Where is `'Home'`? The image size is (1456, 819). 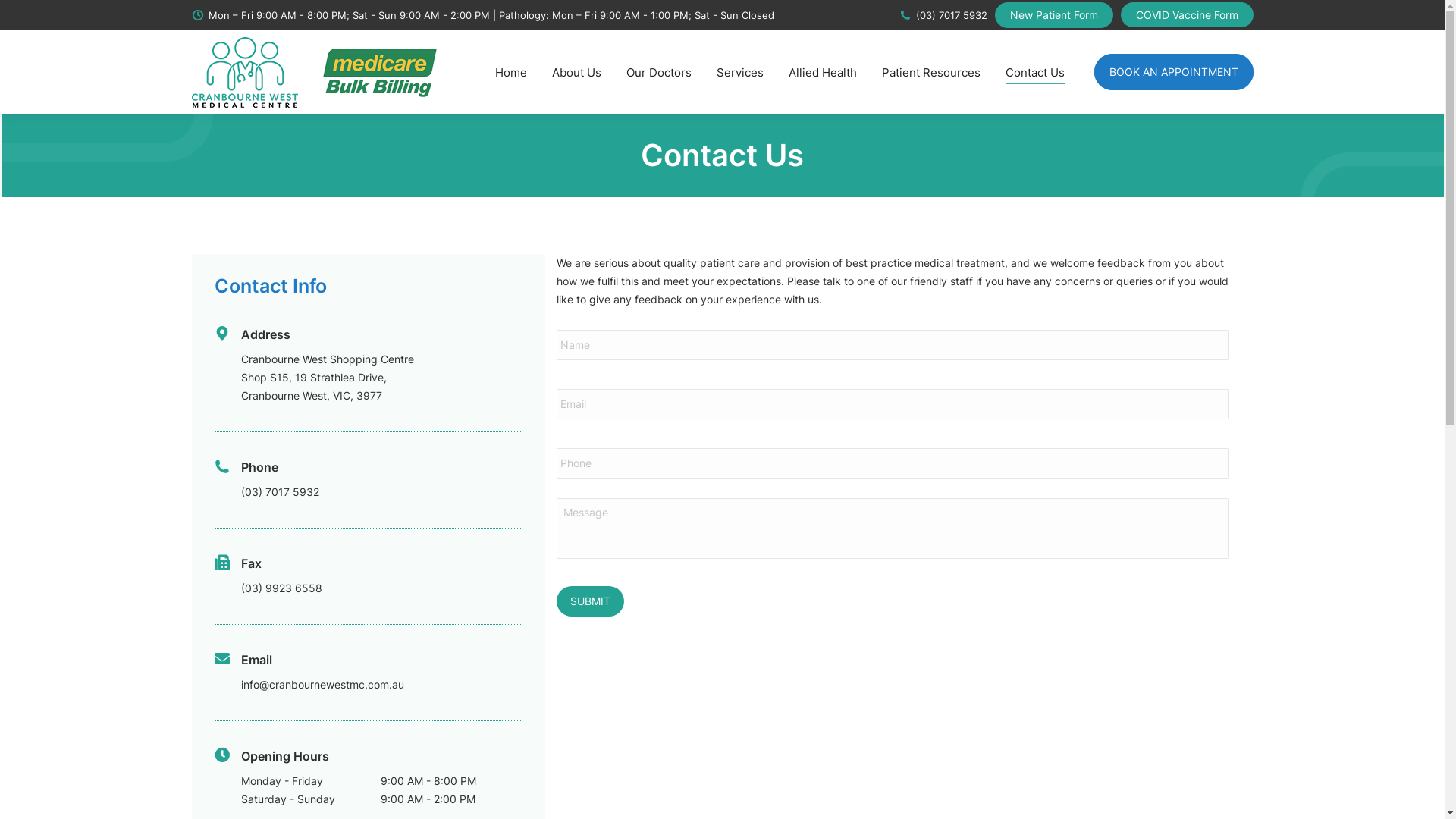 'Home' is located at coordinates (510, 72).